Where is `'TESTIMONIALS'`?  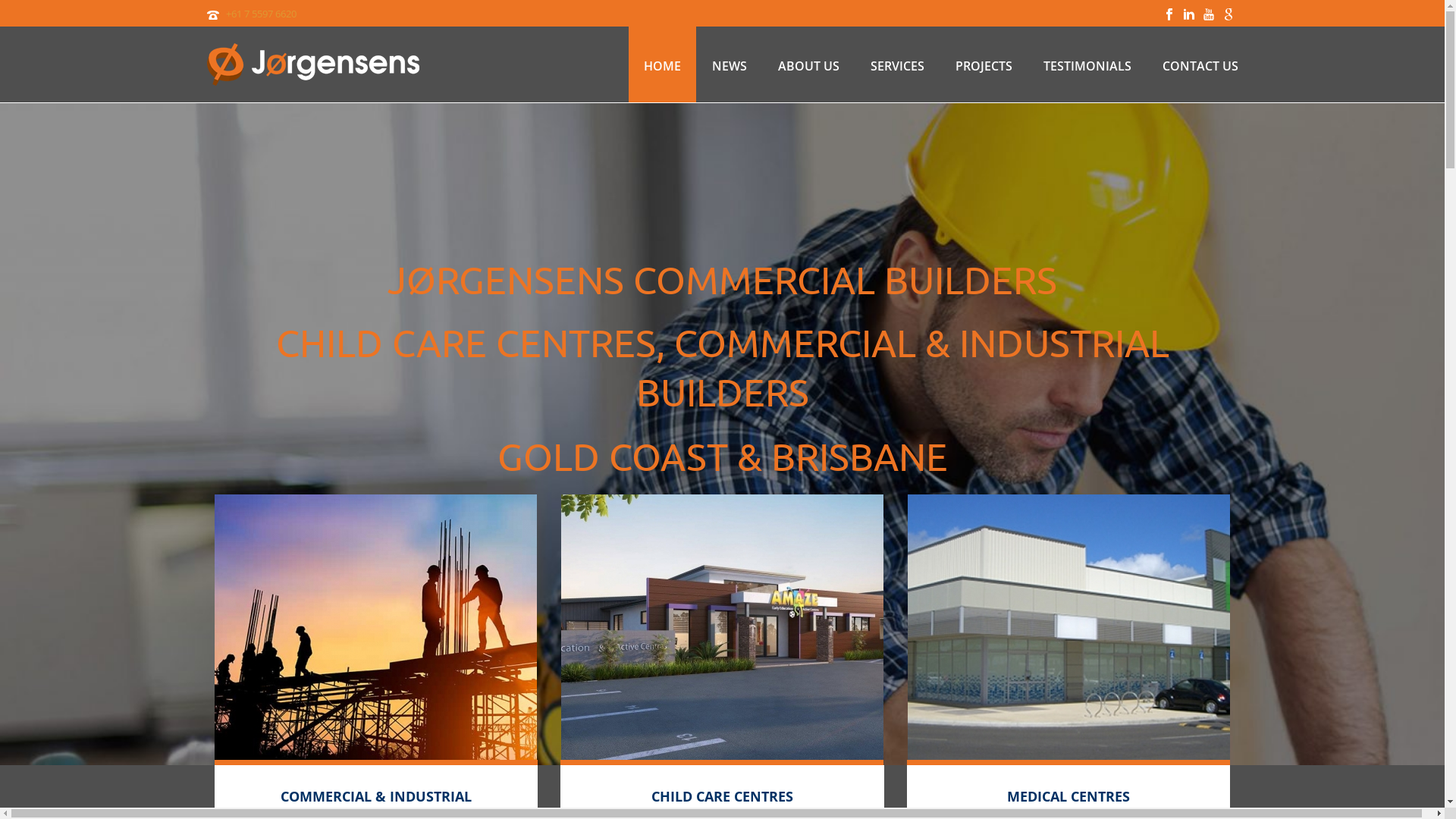 'TESTIMONIALS' is located at coordinates (1028, 63).